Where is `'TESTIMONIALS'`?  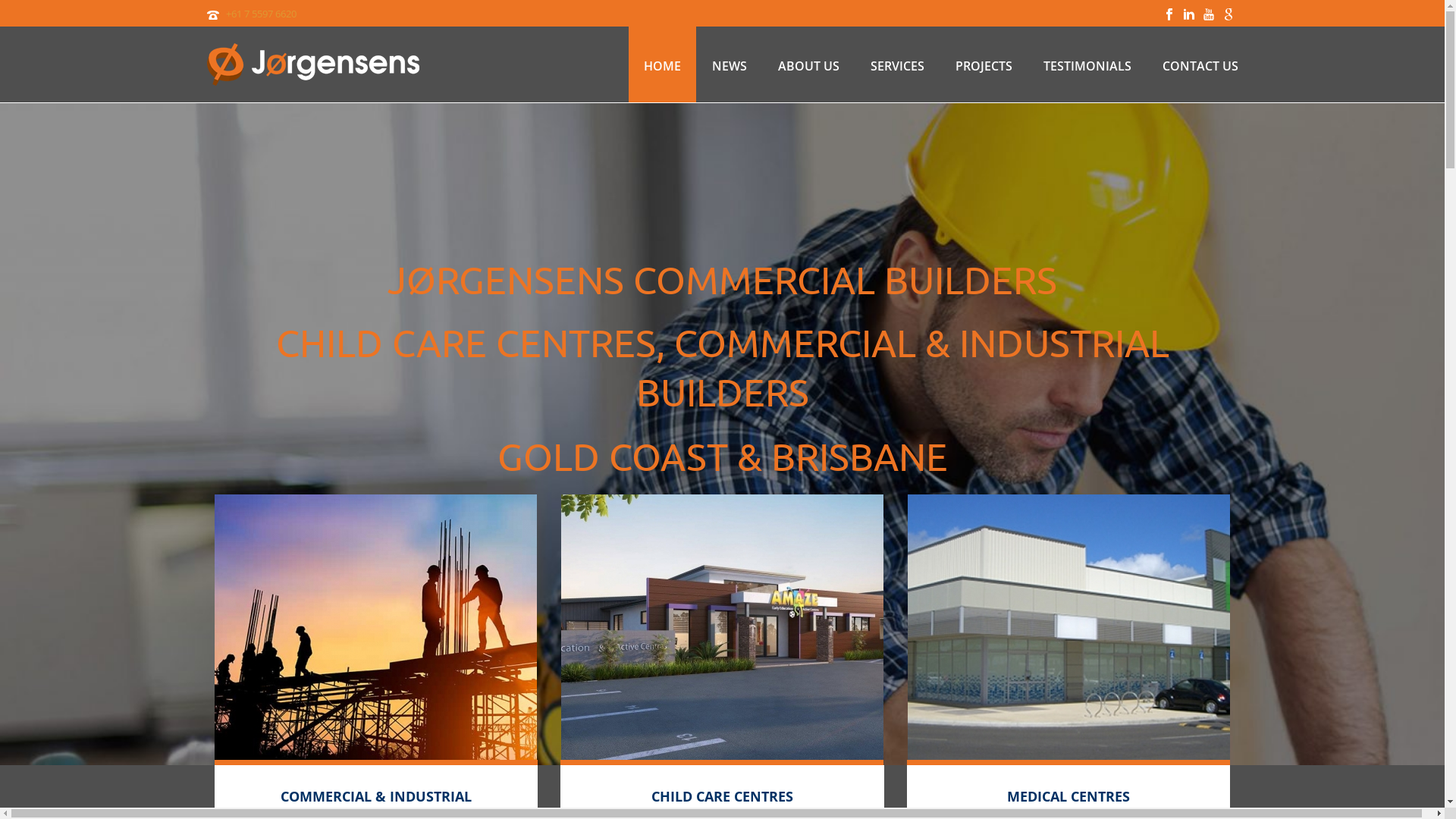 'TESTIMONIALS' is located at coordinates (1028, 63).